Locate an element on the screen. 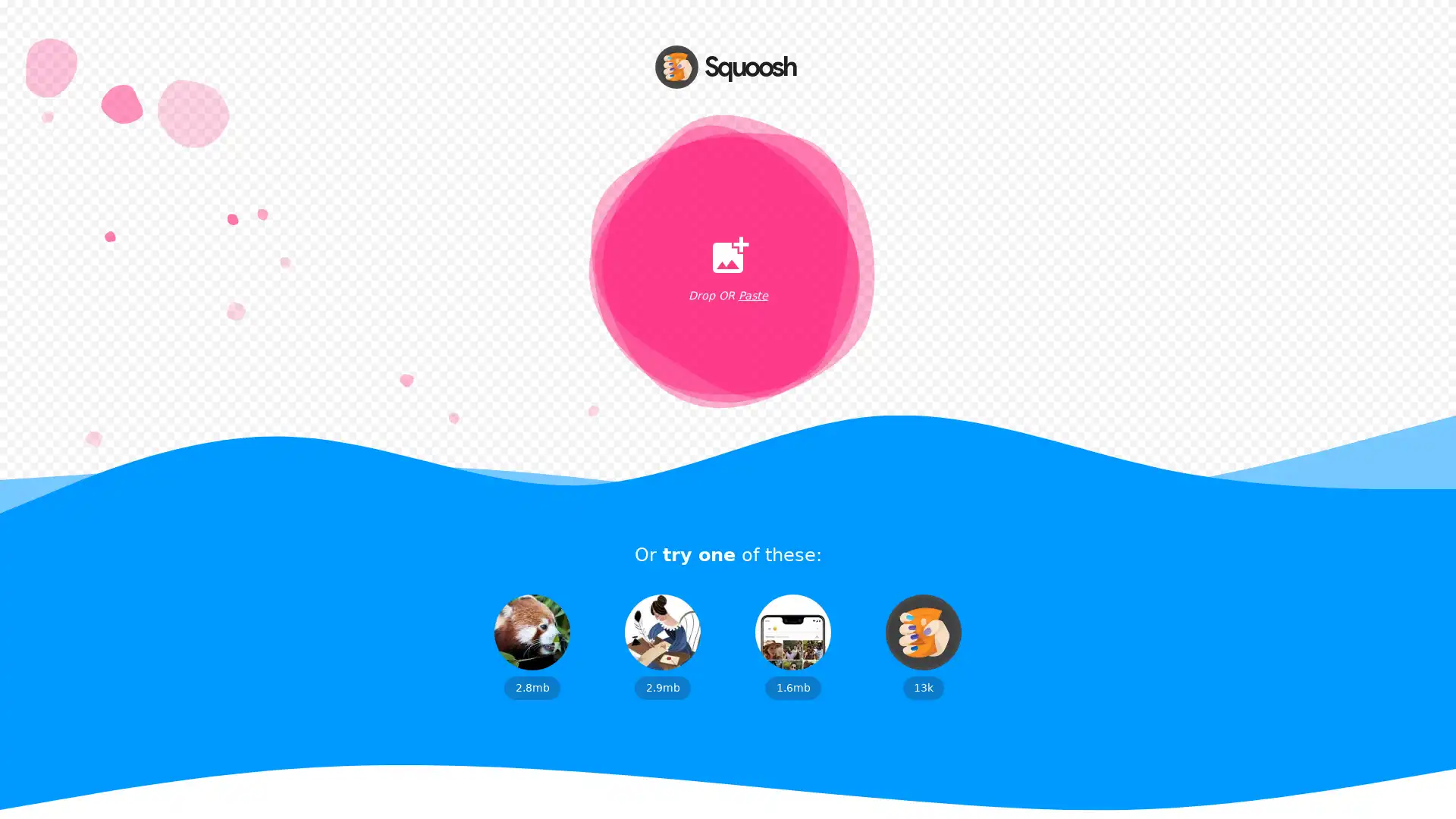 The image size is (1456, 819). Artwork 2.9mb is located at coordinates (662, 646).